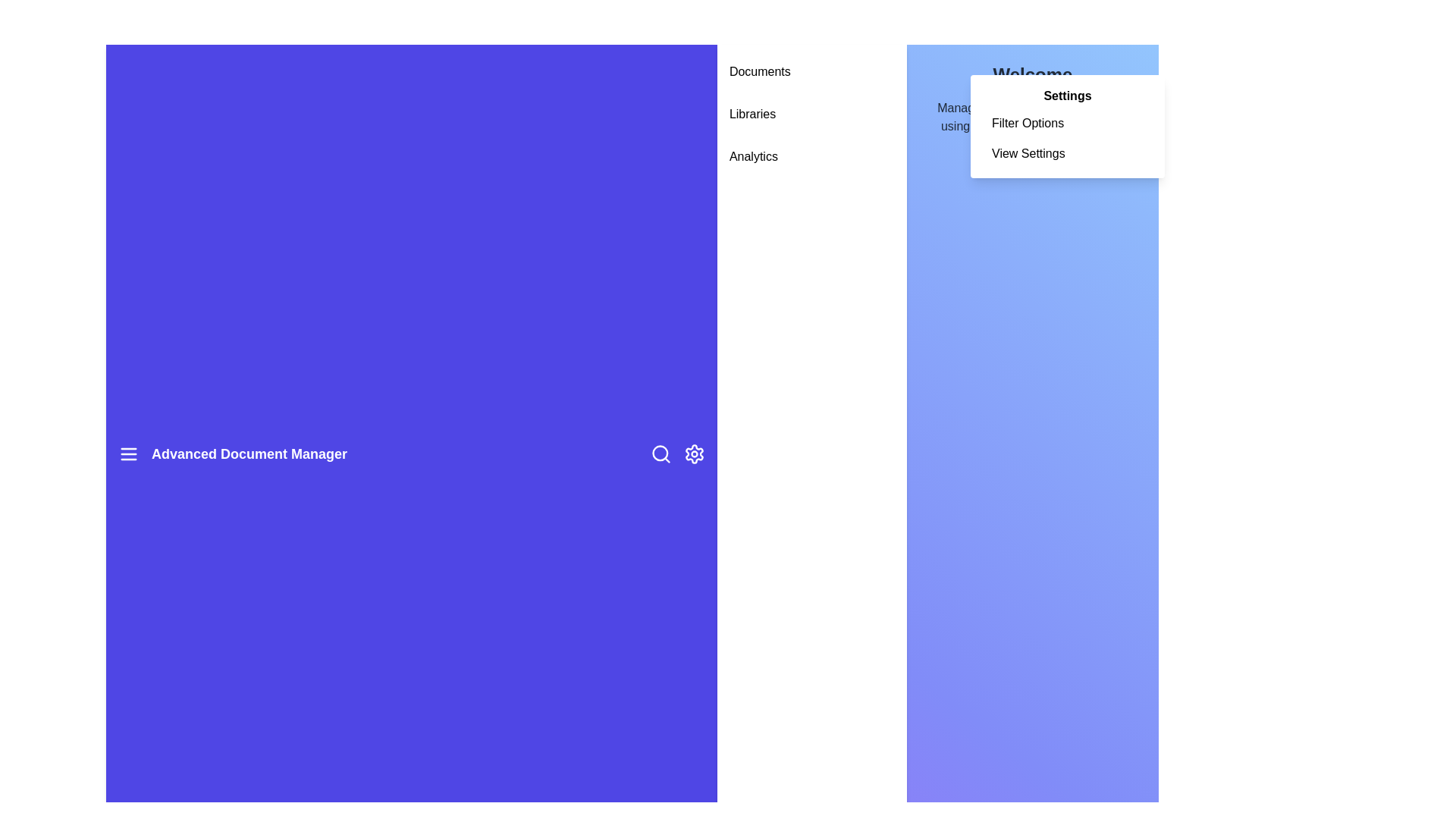 Image resolution: width=1456 pixels, height=819 pixels. I want to click on the View Settings in the settings panel, so click(1066, 154).